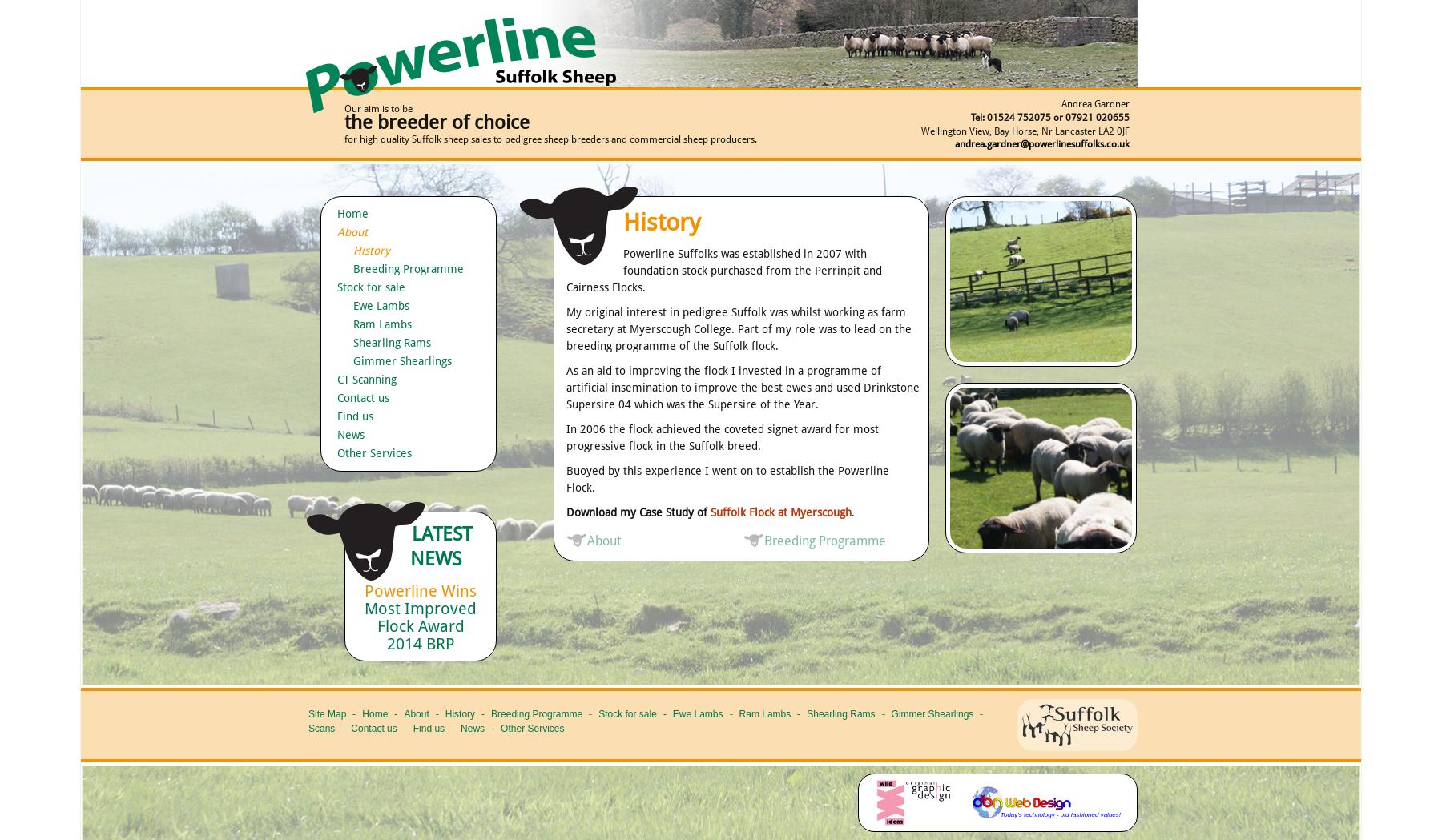  I want to click on 'Find us', so click(427, 728).